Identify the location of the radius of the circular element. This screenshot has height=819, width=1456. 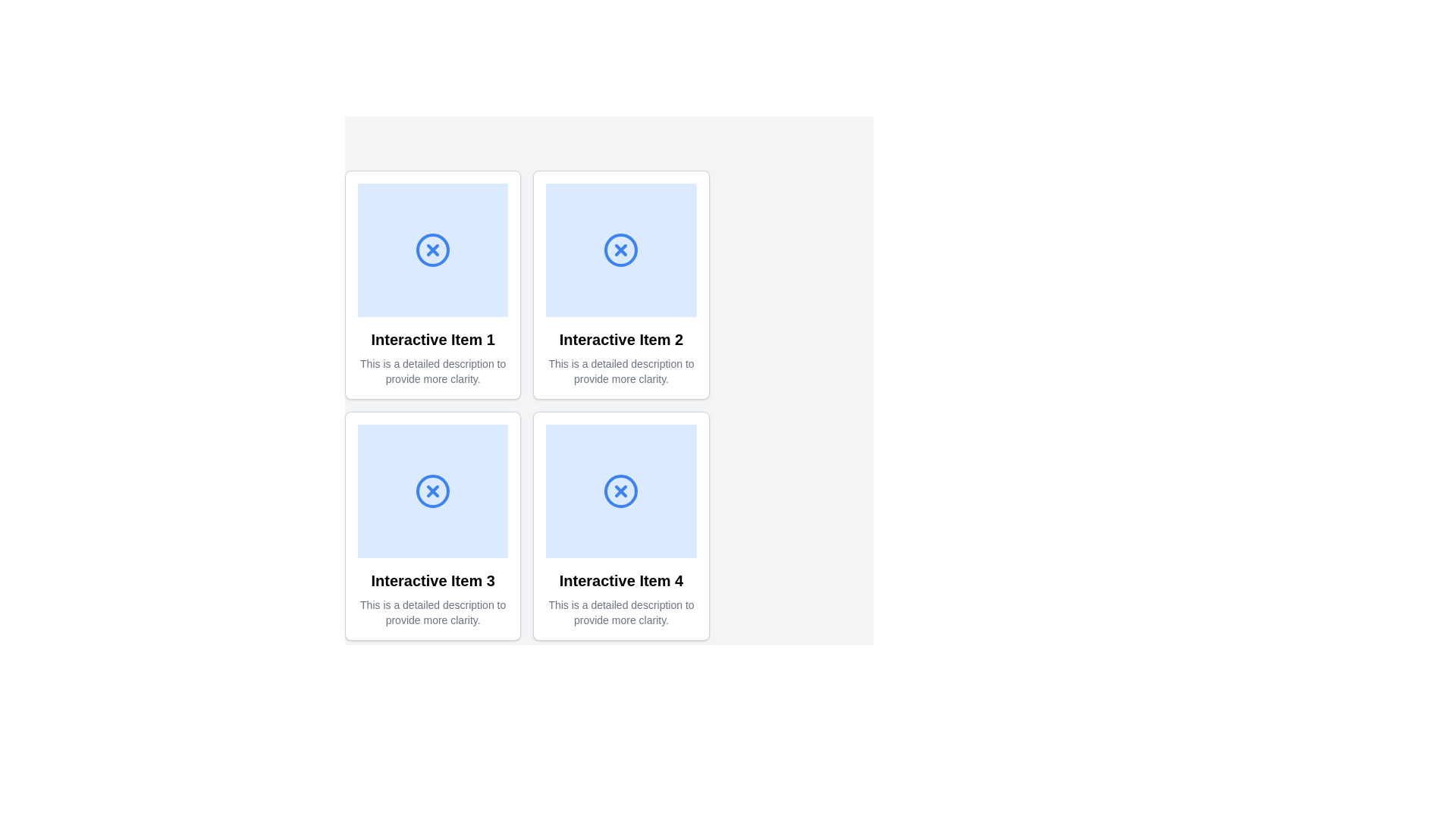
(667, 249).